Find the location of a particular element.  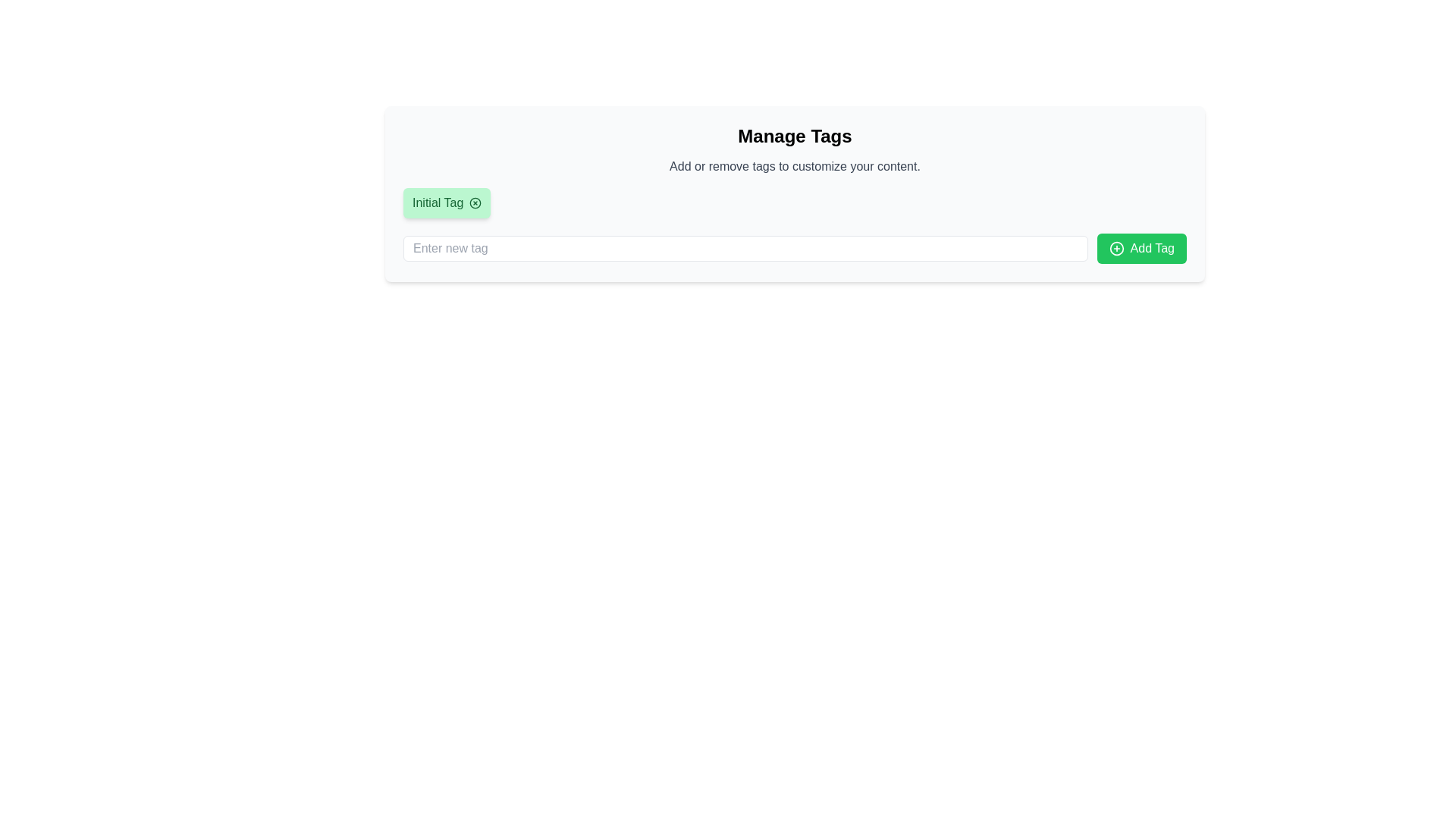

the close icon button with an 'X' shape, located within the green rounded rectangle labeled 'Initial Tag' is located at coordinates (475, 202).